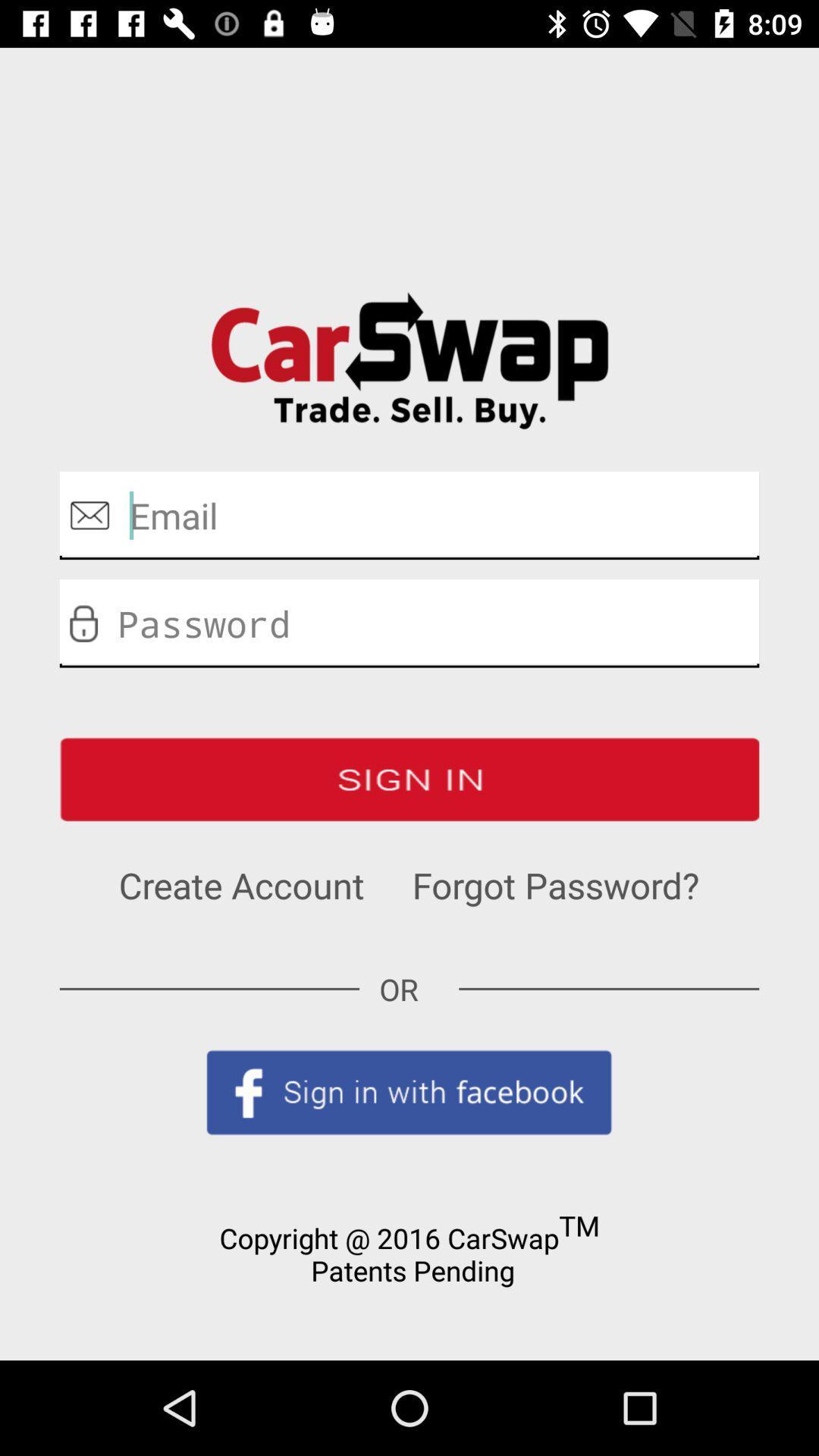 The width and height of the screenshot is (819, 1456). Describe the element at coordinates (409, 1092) in the screenshot. I see `sign in facebook for login` at that location.